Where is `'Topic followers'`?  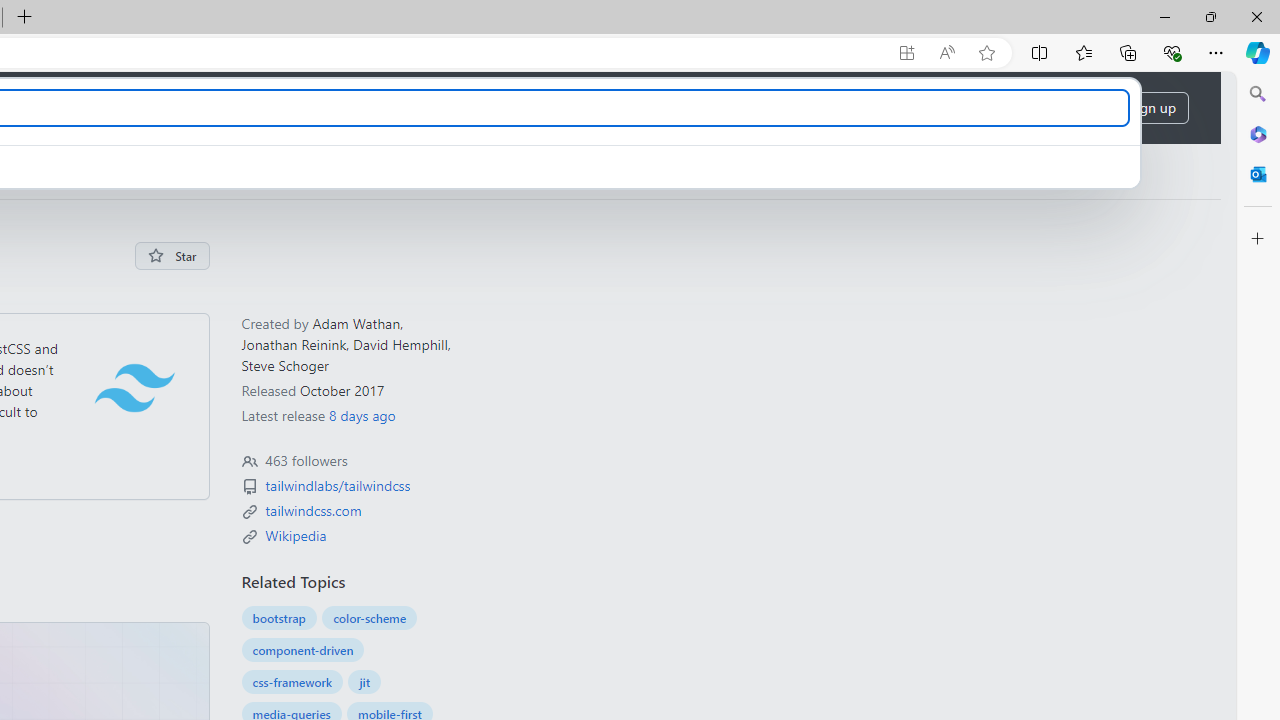 'Topic followers' is located at coordinates (248, 462).